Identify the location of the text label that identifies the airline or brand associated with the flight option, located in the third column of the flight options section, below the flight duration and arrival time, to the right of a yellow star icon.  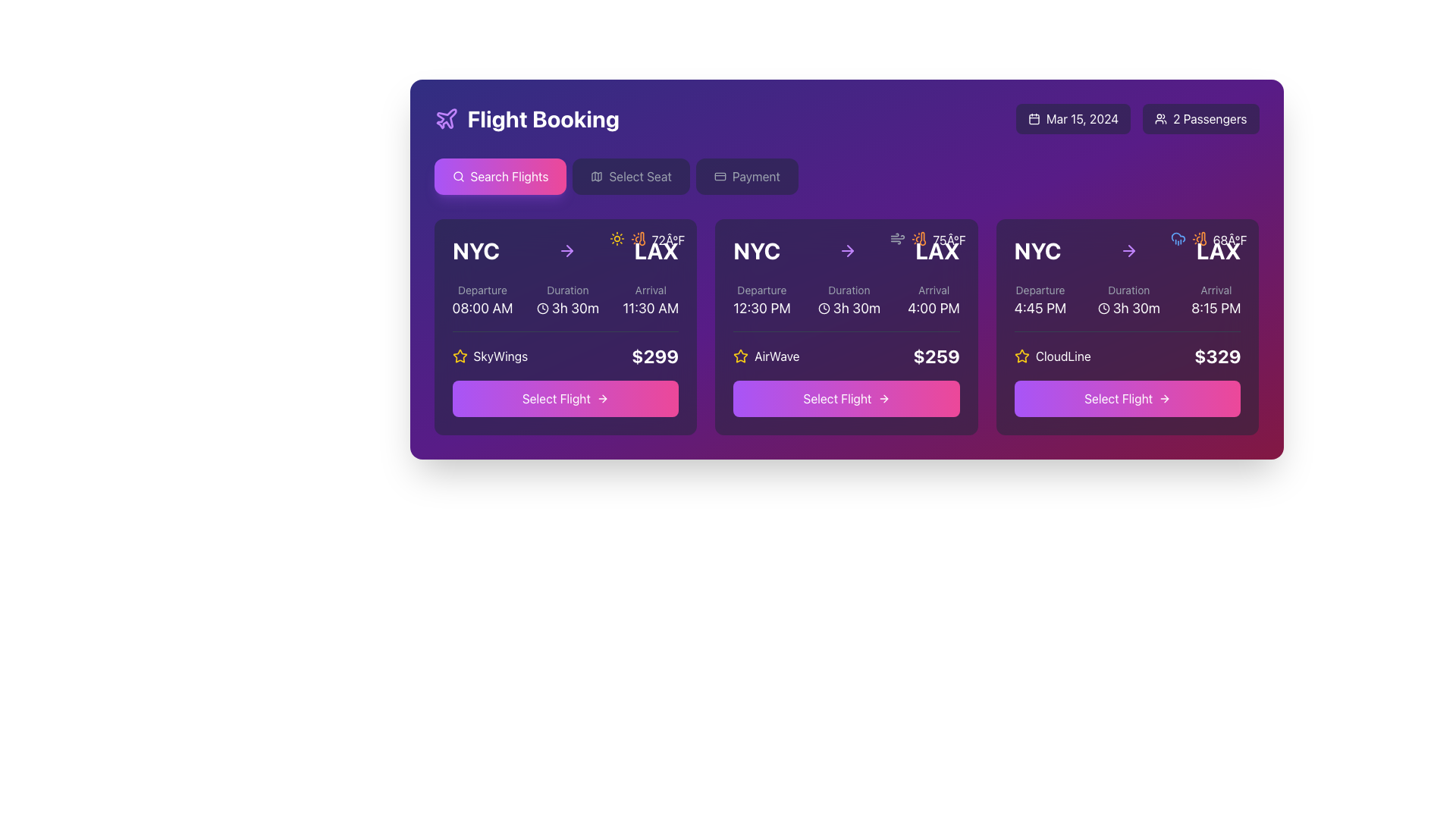
(1062, 356).